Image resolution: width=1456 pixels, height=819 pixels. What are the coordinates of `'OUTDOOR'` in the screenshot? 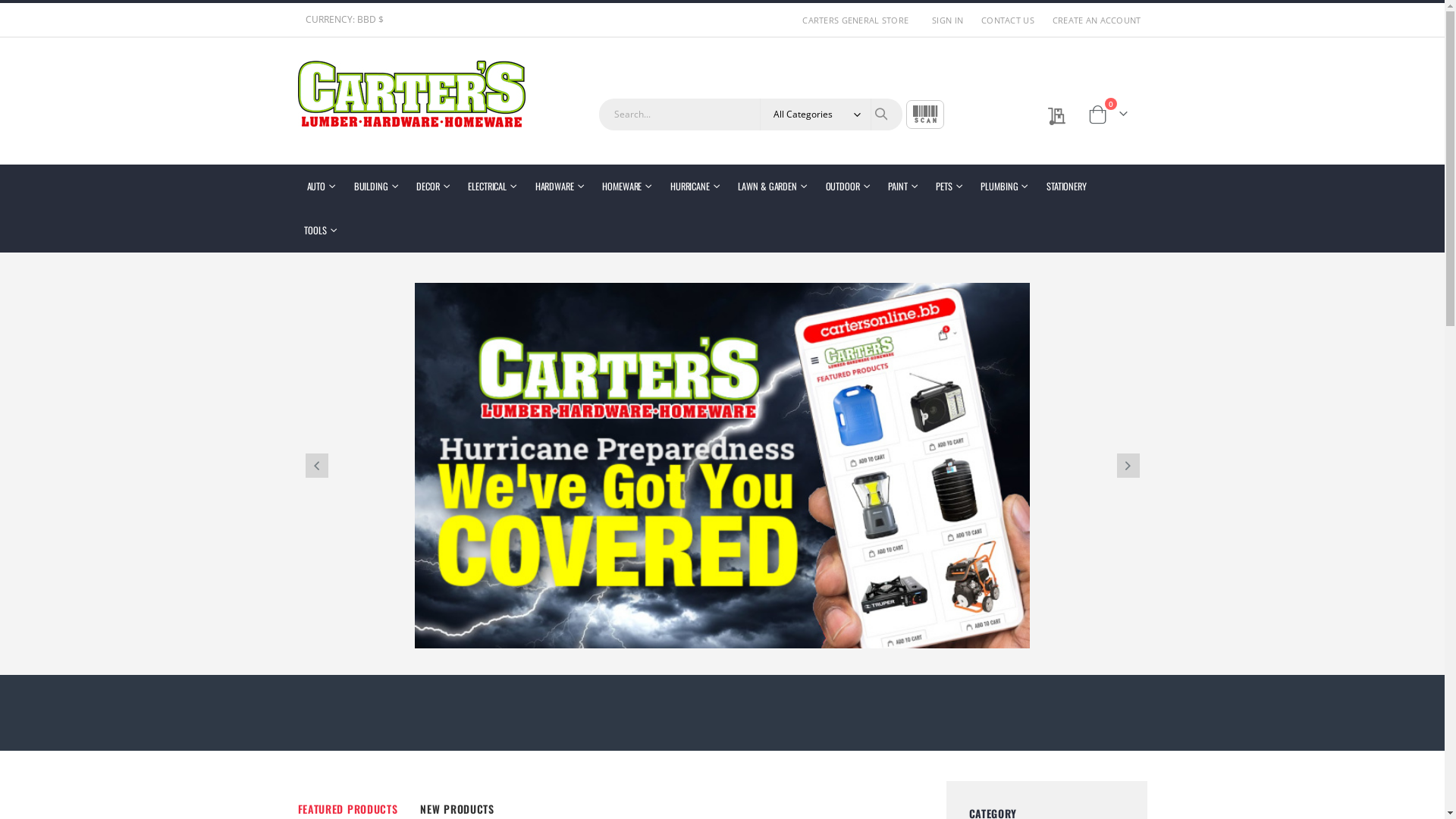 It's located at (847, 186).